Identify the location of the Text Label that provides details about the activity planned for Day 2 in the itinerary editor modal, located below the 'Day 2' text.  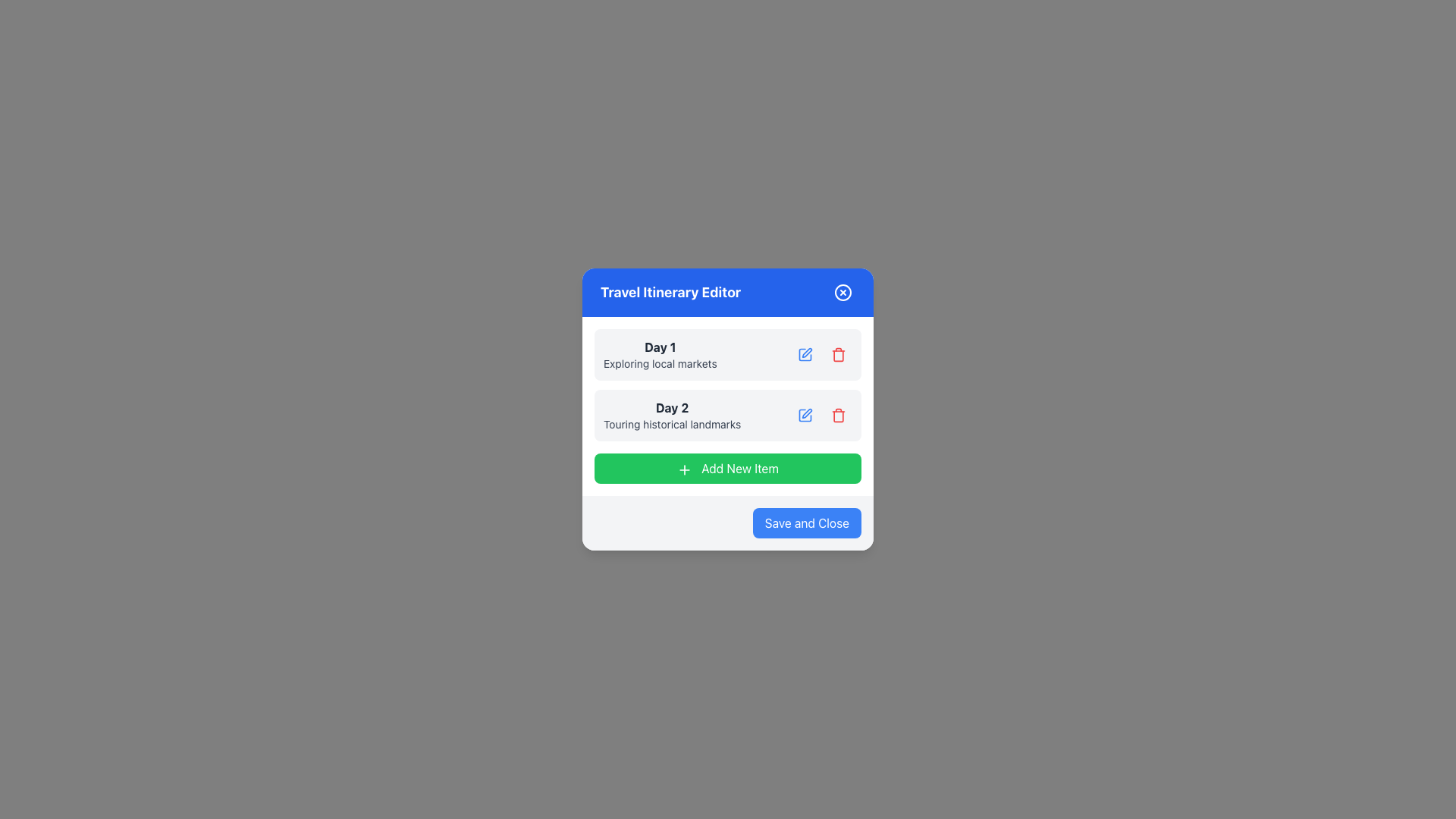
(671, 424).